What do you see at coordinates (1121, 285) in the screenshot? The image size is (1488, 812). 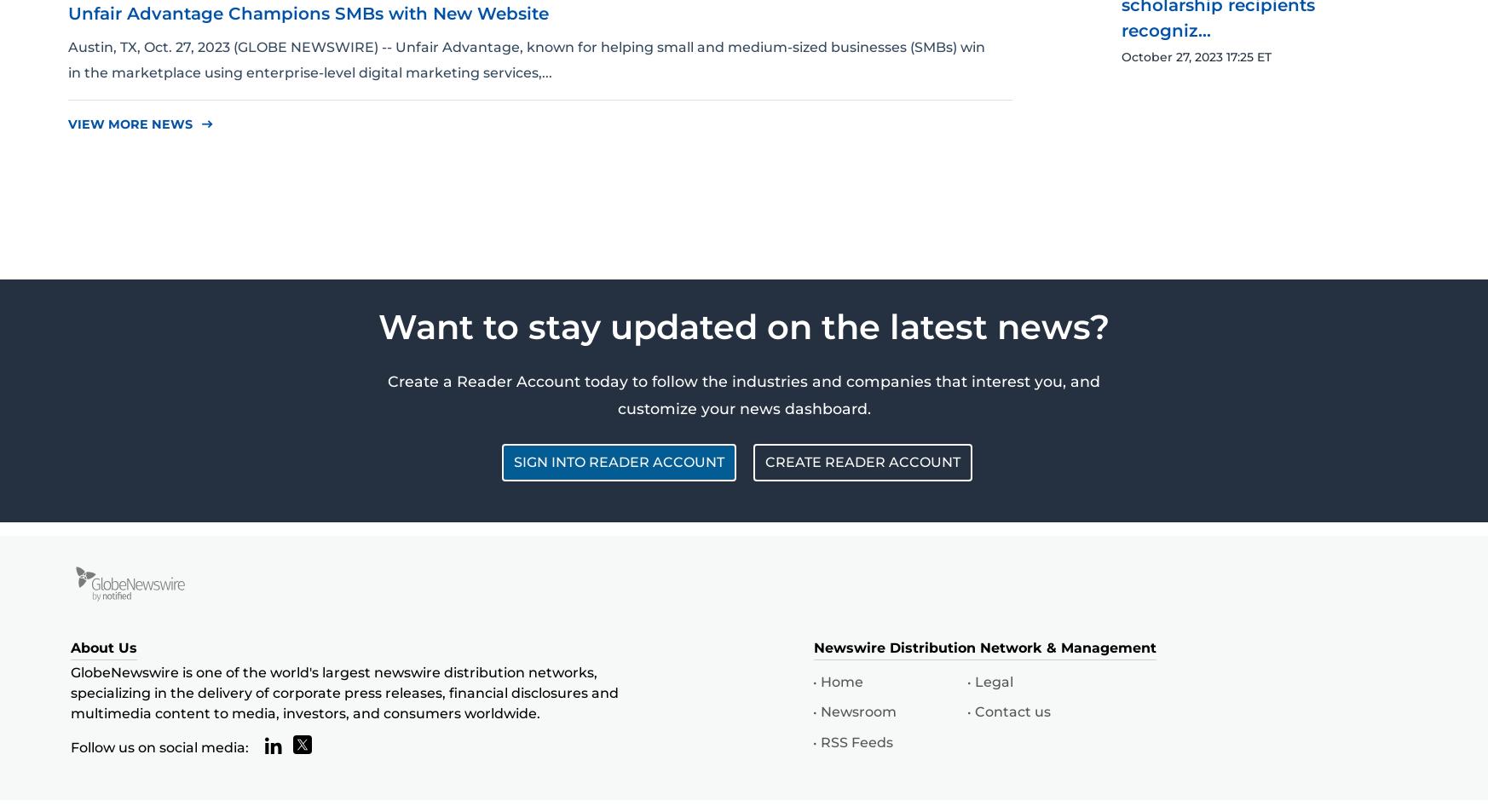 I see `'Intuitive Machines Sets January 2024 for Historic ...'` at bounding box center [1121, 285].